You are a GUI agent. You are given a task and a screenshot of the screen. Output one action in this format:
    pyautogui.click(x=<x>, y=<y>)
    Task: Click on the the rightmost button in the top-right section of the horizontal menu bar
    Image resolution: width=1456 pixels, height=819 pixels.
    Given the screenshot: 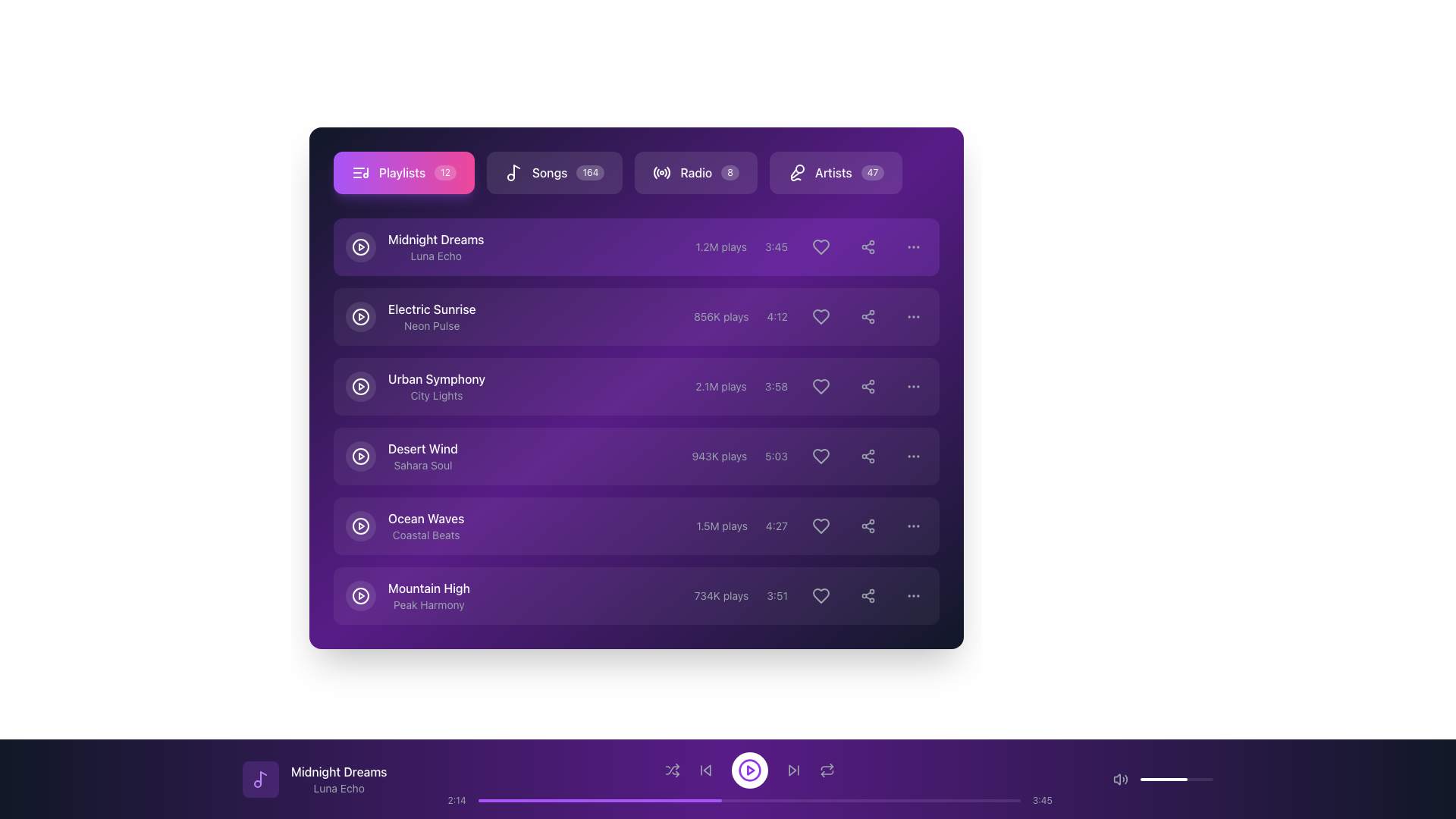 What is the action you would take?
    pyautogui.click(x=835, y=171)
    